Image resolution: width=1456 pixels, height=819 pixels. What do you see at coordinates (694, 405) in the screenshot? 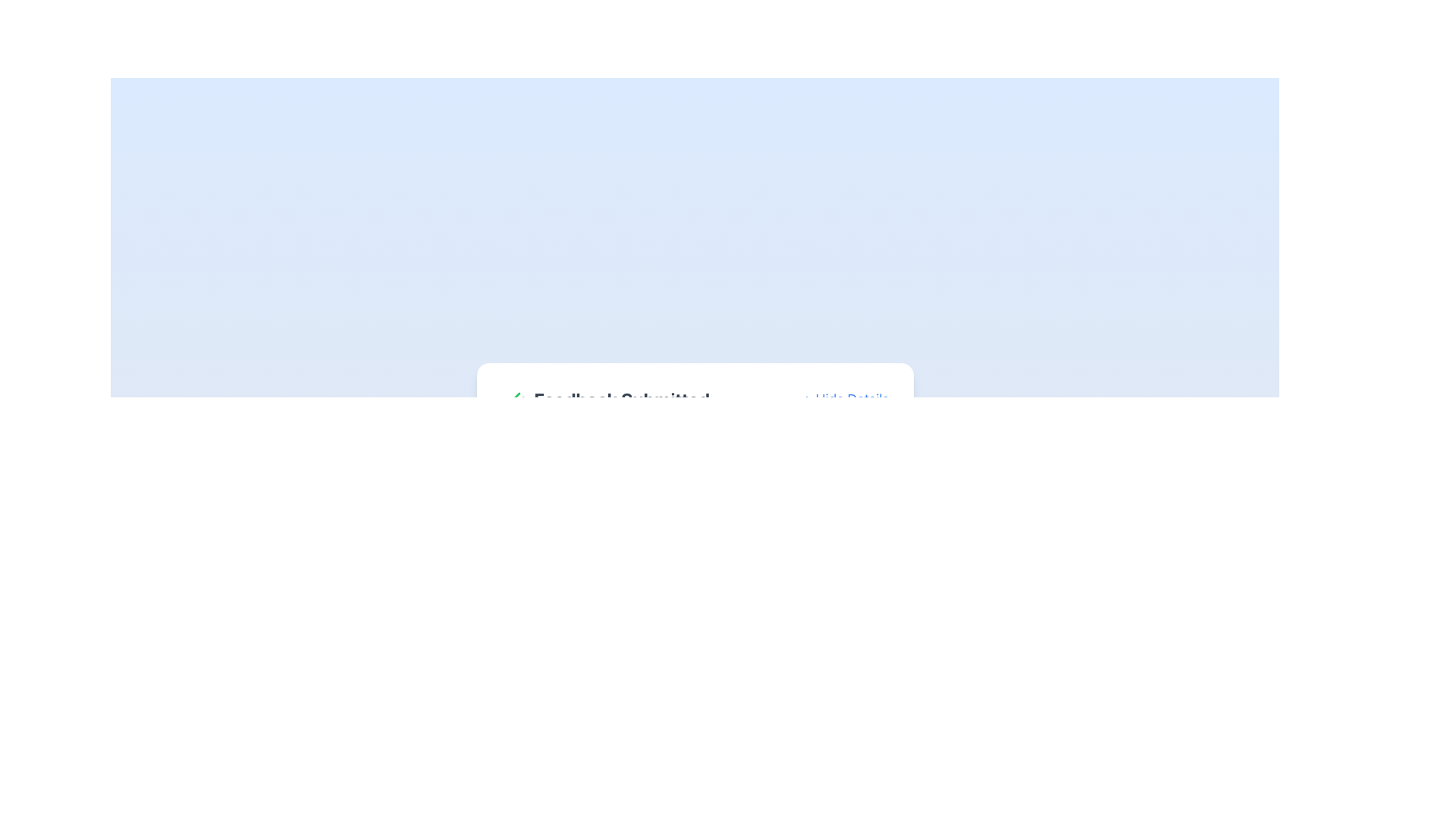
I see `the 'Hide Details' link in the header section that confirms feedback submission` at bounding box center [694, 405].